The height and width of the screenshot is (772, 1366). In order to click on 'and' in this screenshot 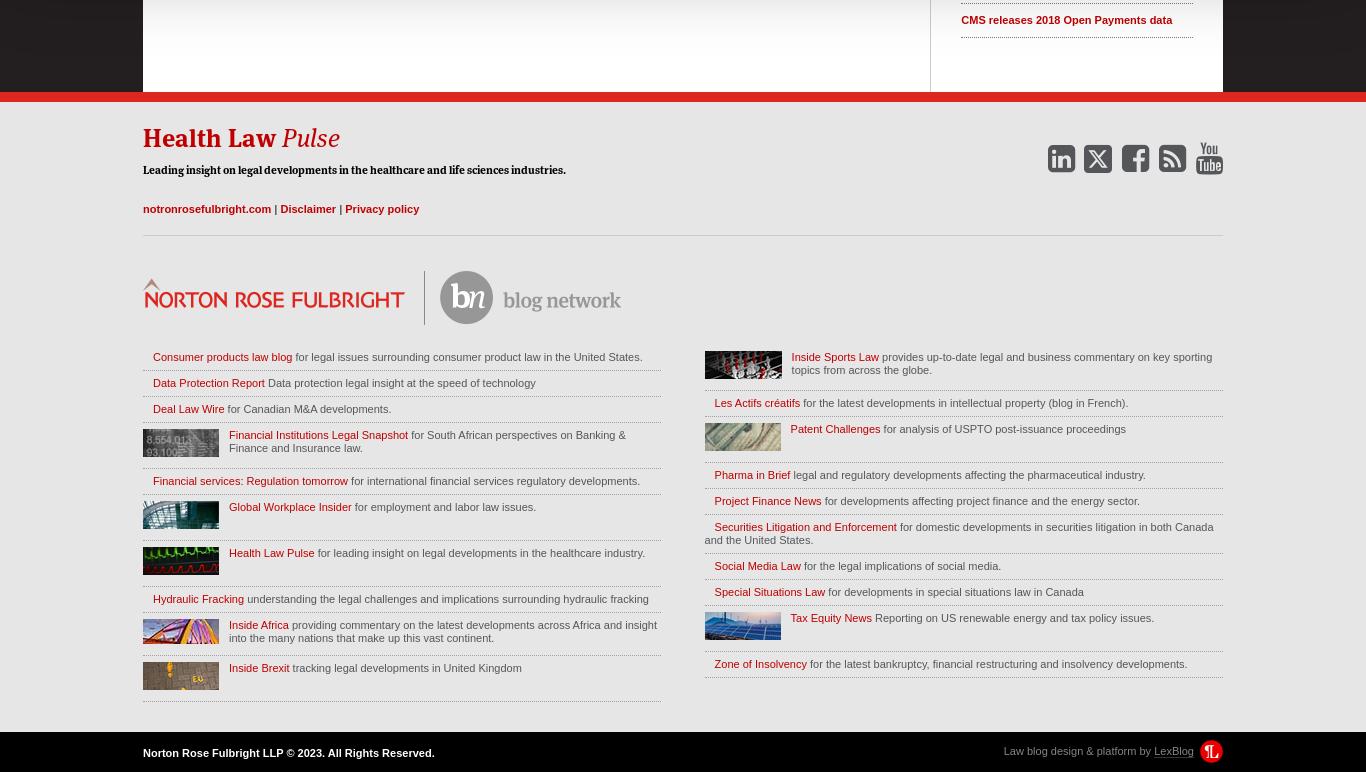, I will do `click(435, 167)`.